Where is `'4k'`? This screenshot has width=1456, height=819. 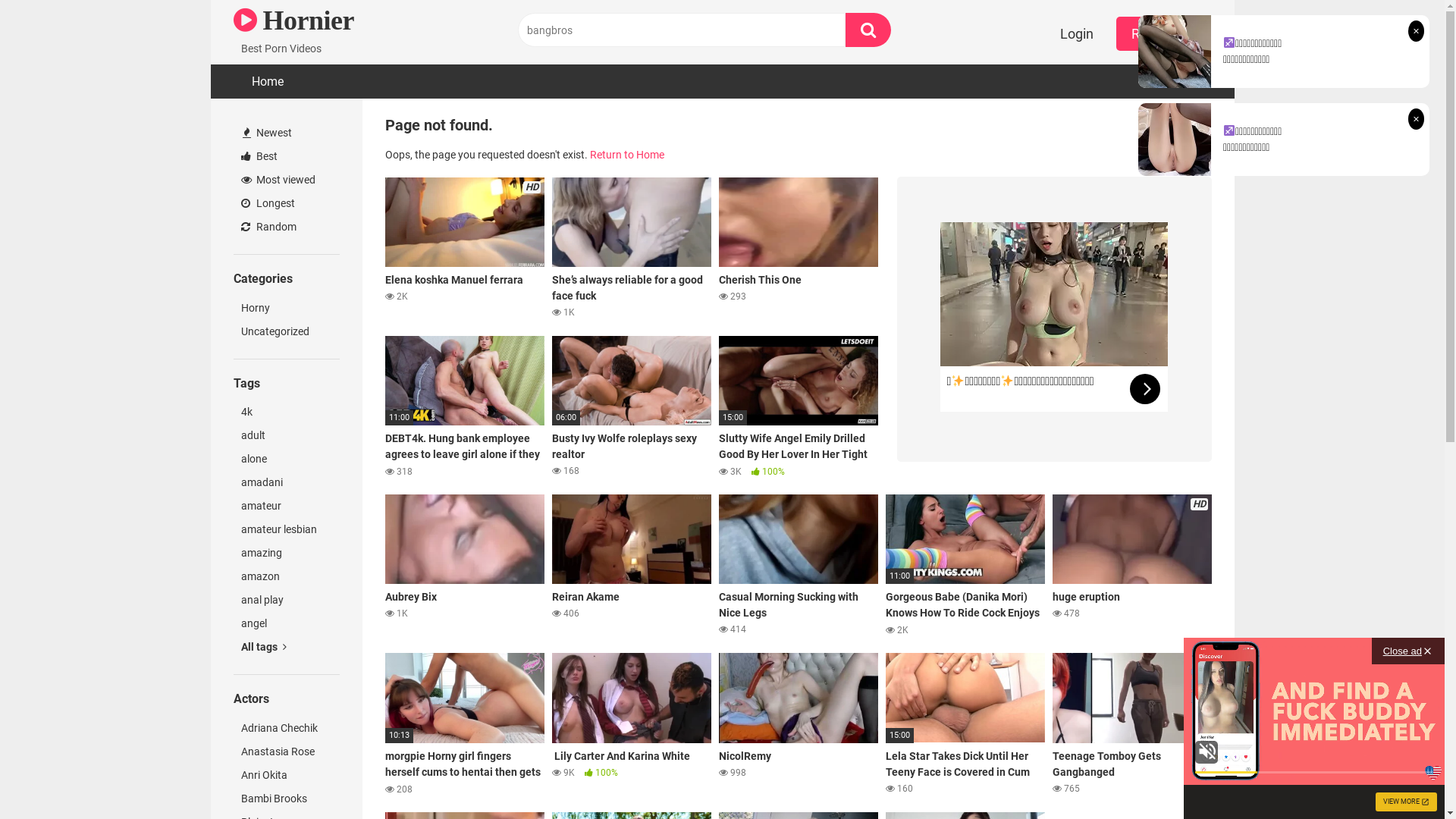 '4k' is located at coordinates (287, 412).